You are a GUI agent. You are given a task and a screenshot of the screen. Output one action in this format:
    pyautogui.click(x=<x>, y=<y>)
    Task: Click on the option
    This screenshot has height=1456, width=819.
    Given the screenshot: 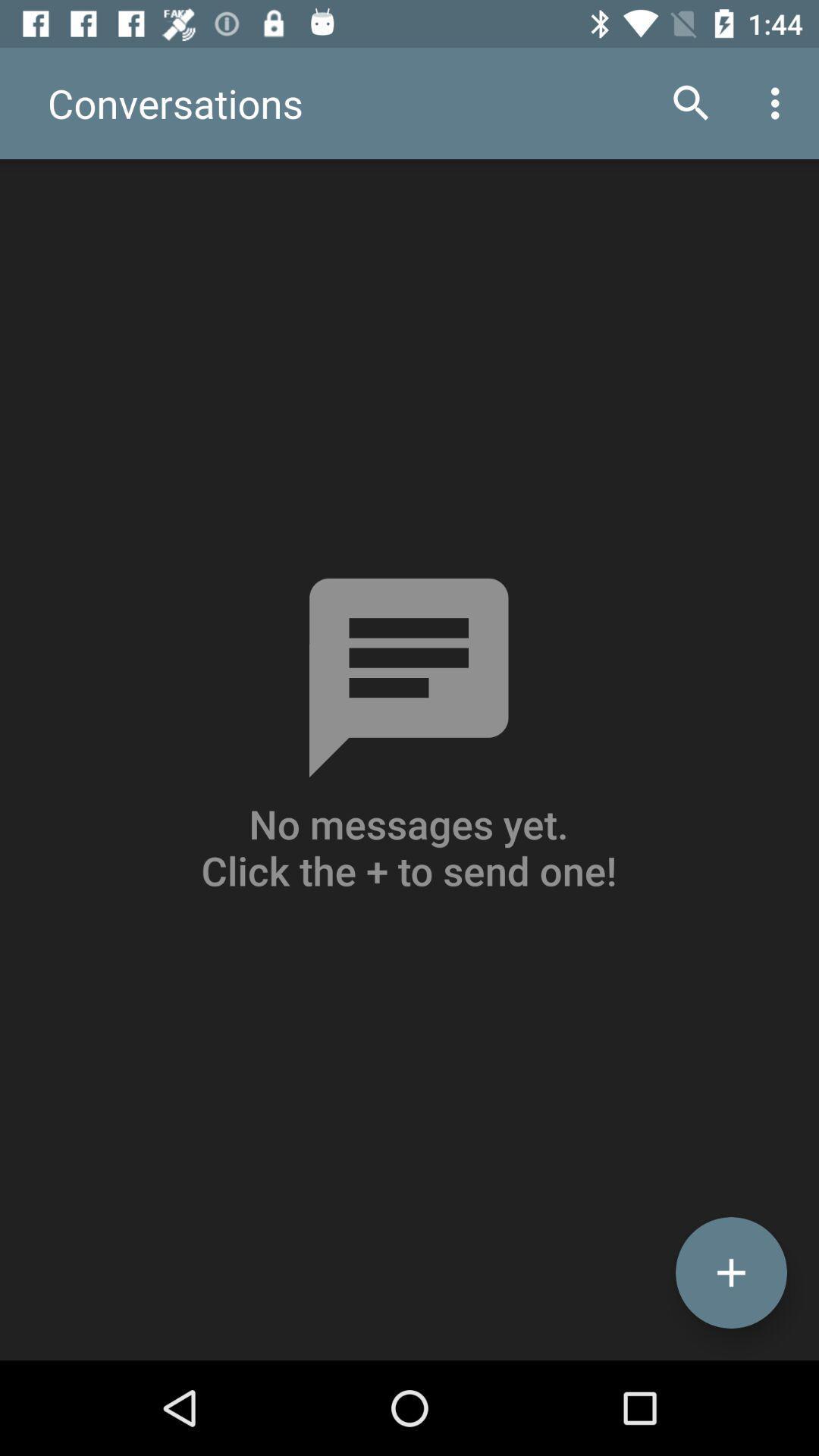 What is the action you would take?
    pyautogui.click(x=730, y=1272)
    